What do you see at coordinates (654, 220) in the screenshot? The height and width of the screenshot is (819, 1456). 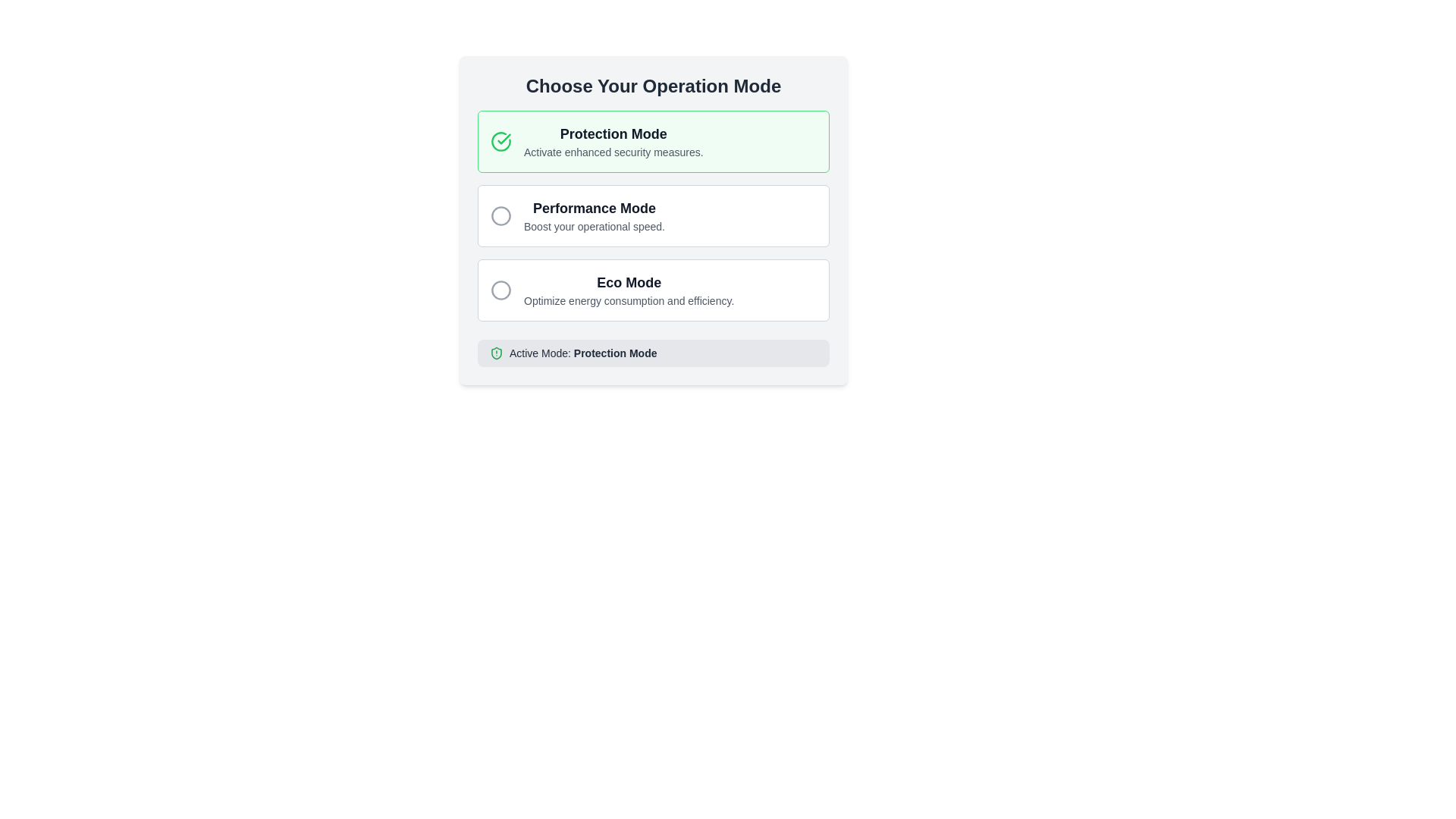 I see `the selectable option in the section titled 'Choose Your Operation Mode'` at bounding box center [654, 220].